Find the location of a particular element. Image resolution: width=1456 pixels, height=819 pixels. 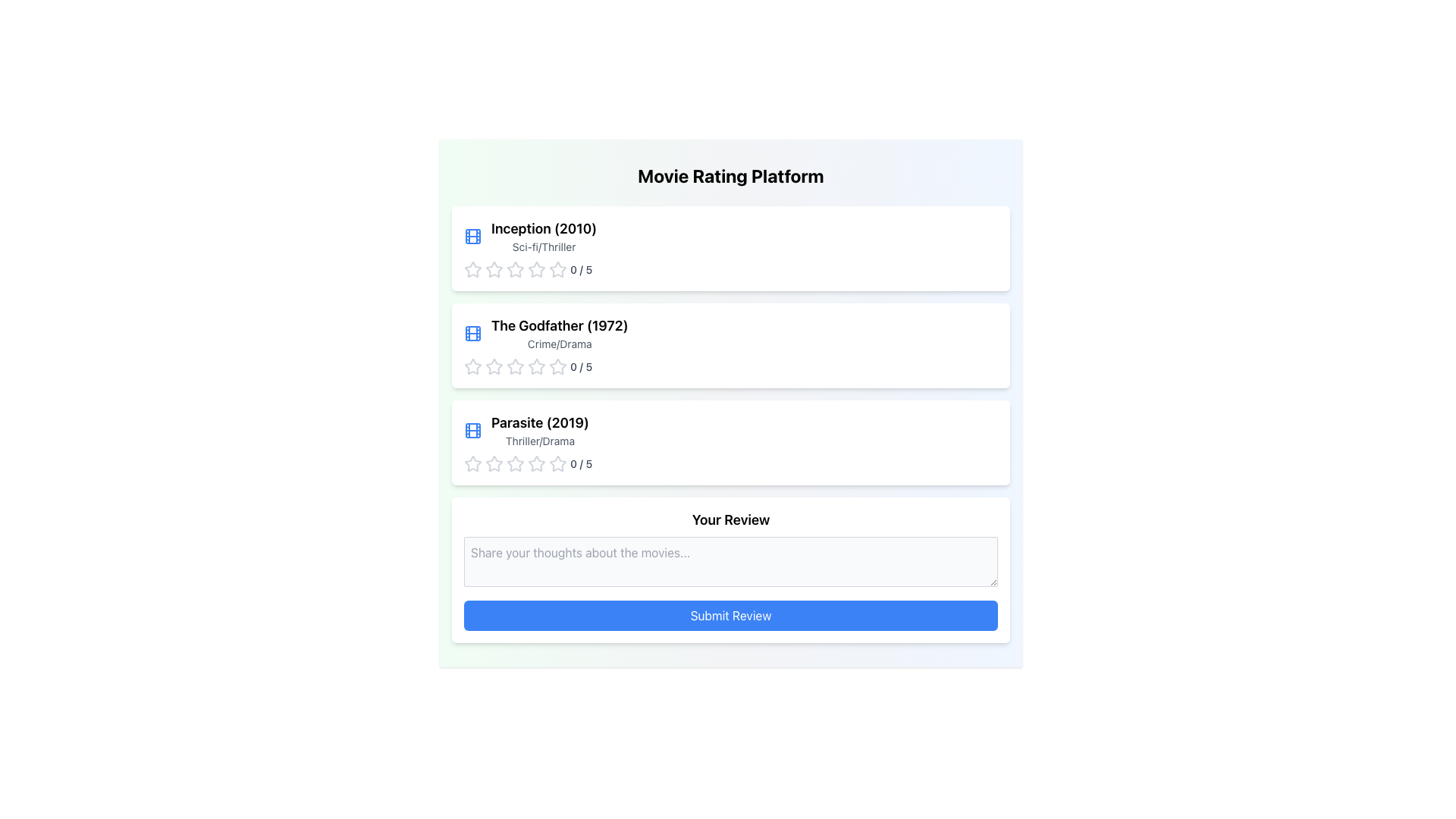

the text label that displays the title 'The Godfather (1972)', which is the second movie entry in the vertically stacked list is located at coordinates (559, 325).